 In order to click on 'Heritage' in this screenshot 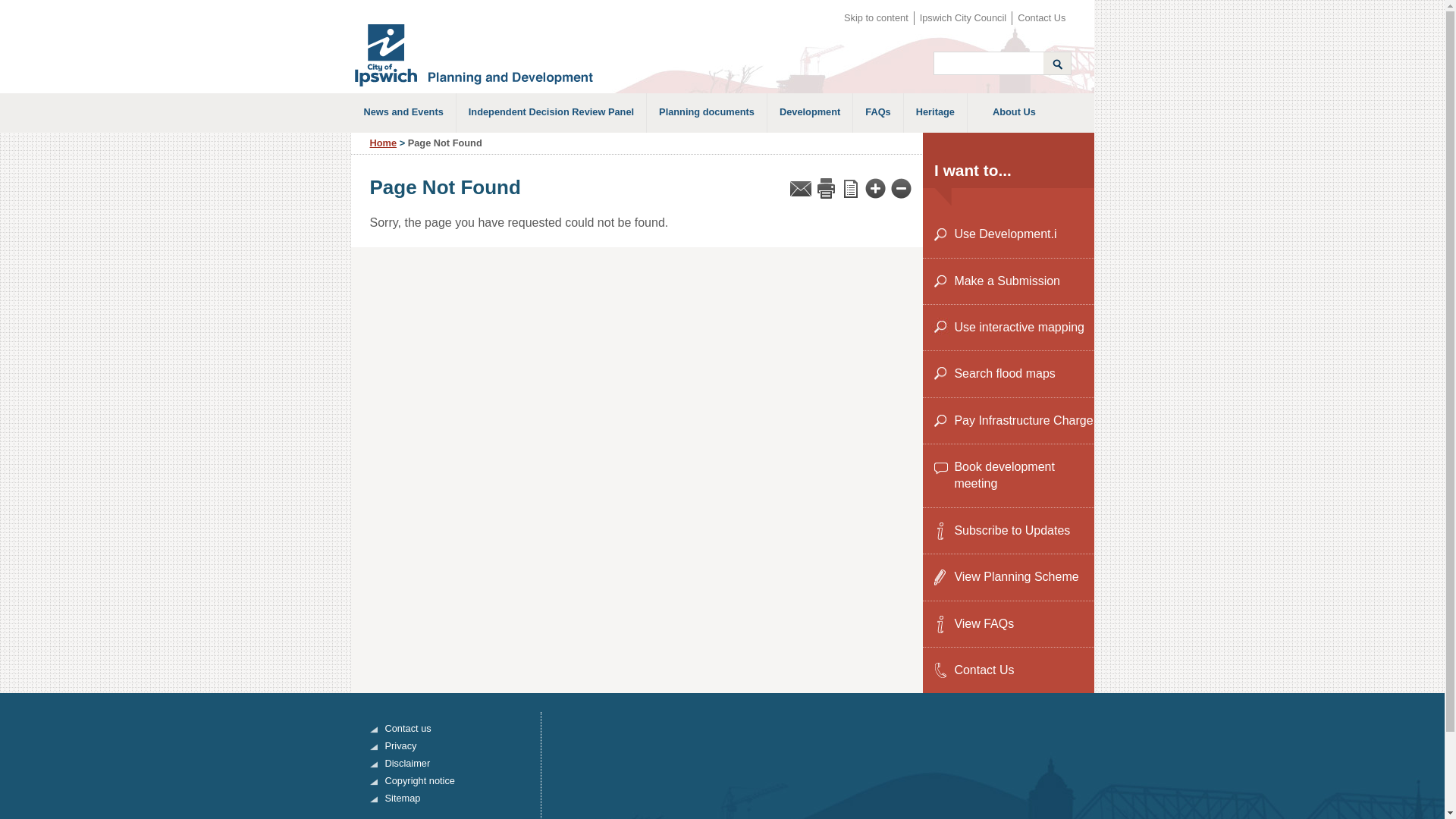, I will do `click(934, 112)`.